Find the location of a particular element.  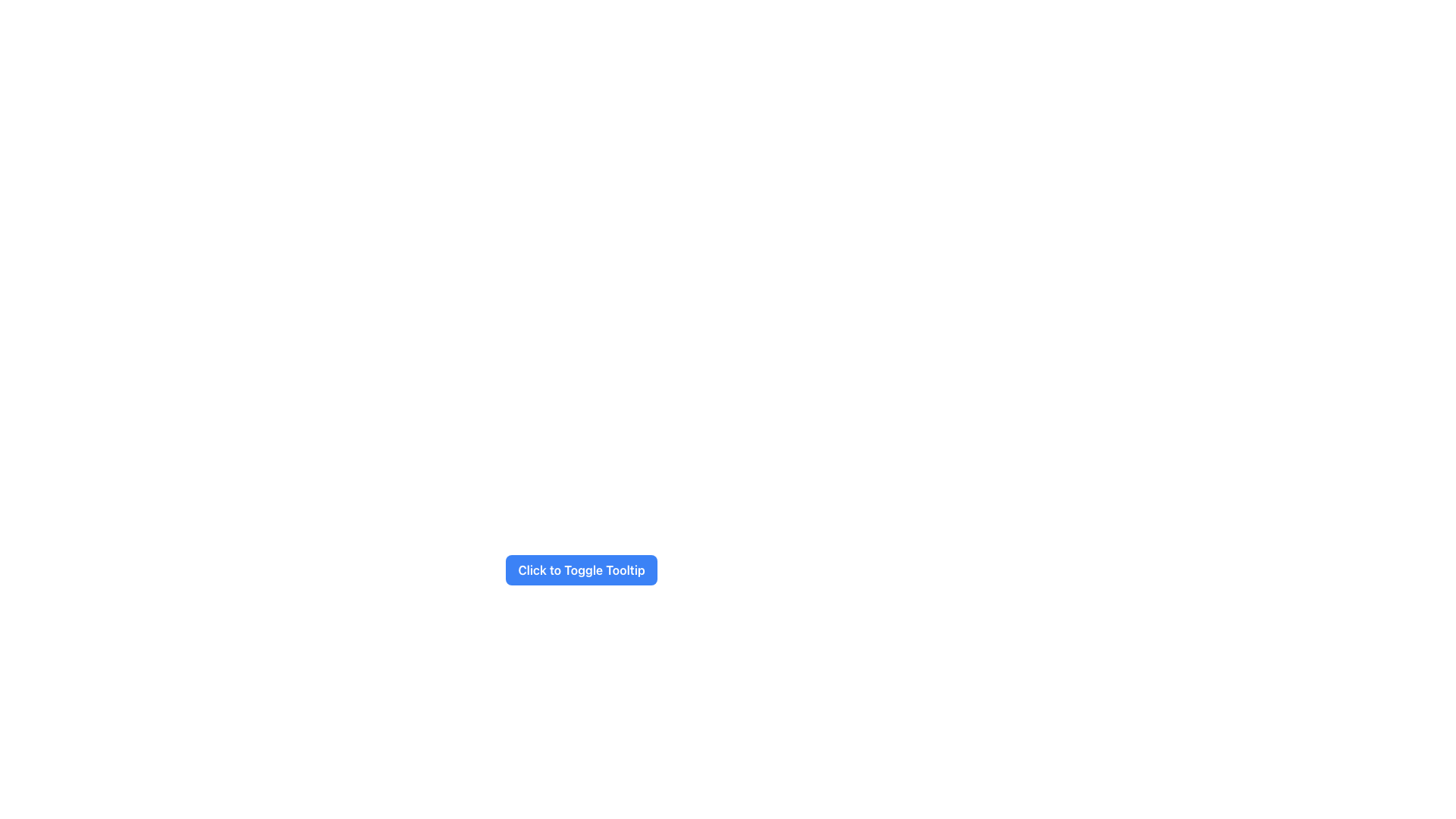

the interactive button designed to toggle the visibility of a tooltip feature for keyboard interaction is located at coordinates (581, 570).